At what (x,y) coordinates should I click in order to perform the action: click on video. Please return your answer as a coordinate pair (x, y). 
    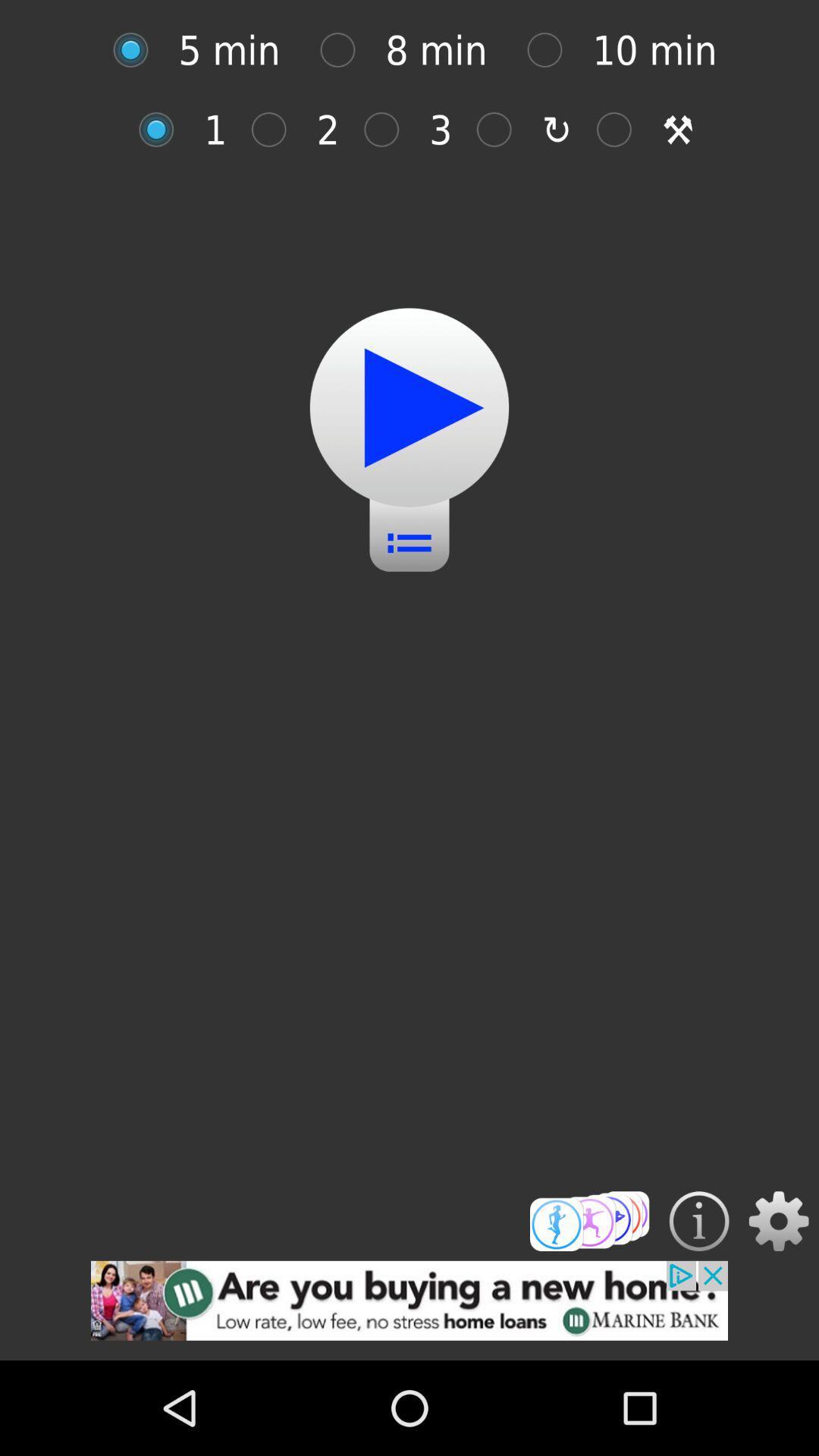
    Looking at the image, I should click on (409, 407).